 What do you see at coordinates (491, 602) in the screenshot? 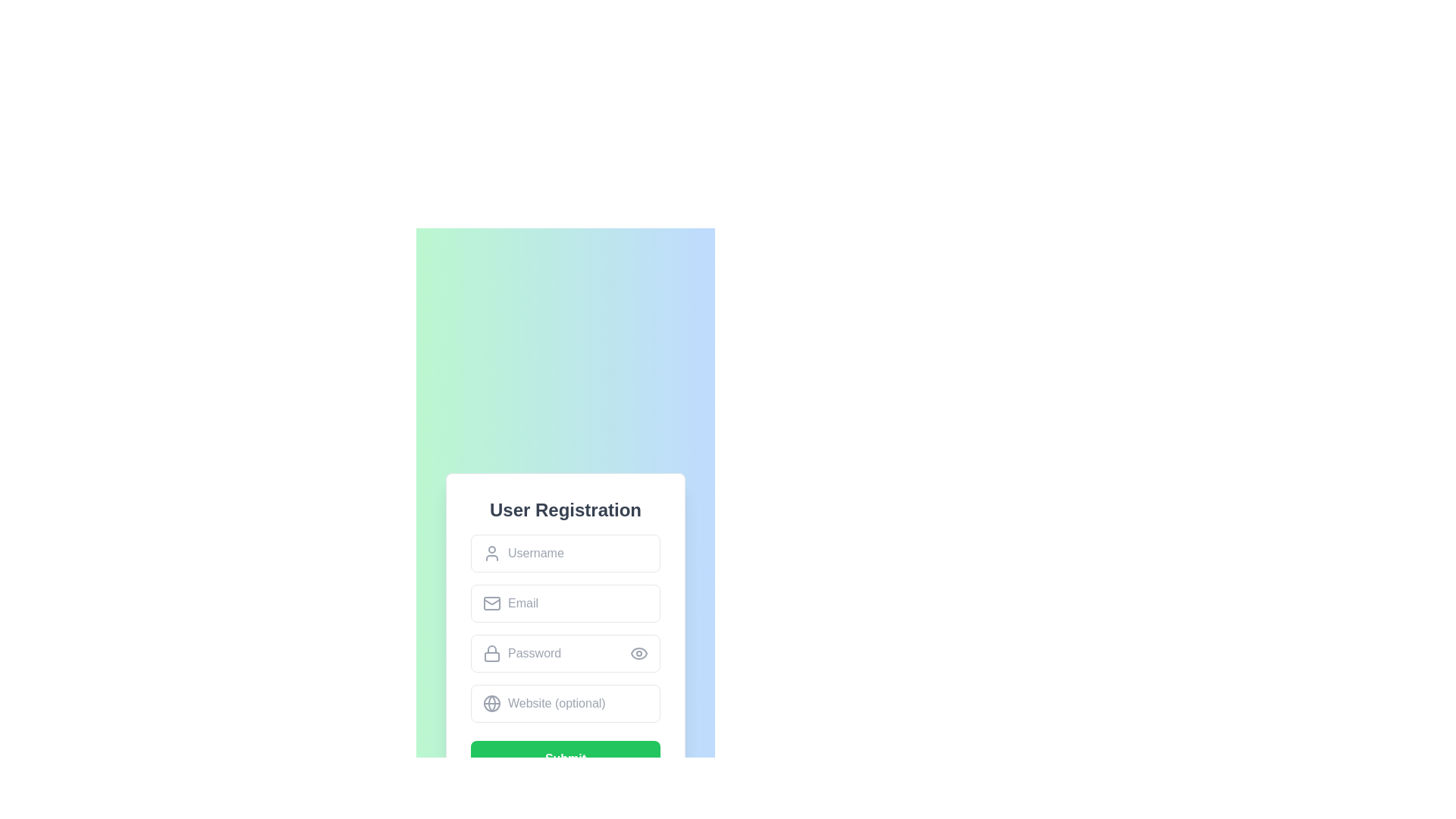
I see `the small gray envelope icon, which serves as the left-aligned visual indicator for the 'Email' input field` at bounding box center [491, 602].